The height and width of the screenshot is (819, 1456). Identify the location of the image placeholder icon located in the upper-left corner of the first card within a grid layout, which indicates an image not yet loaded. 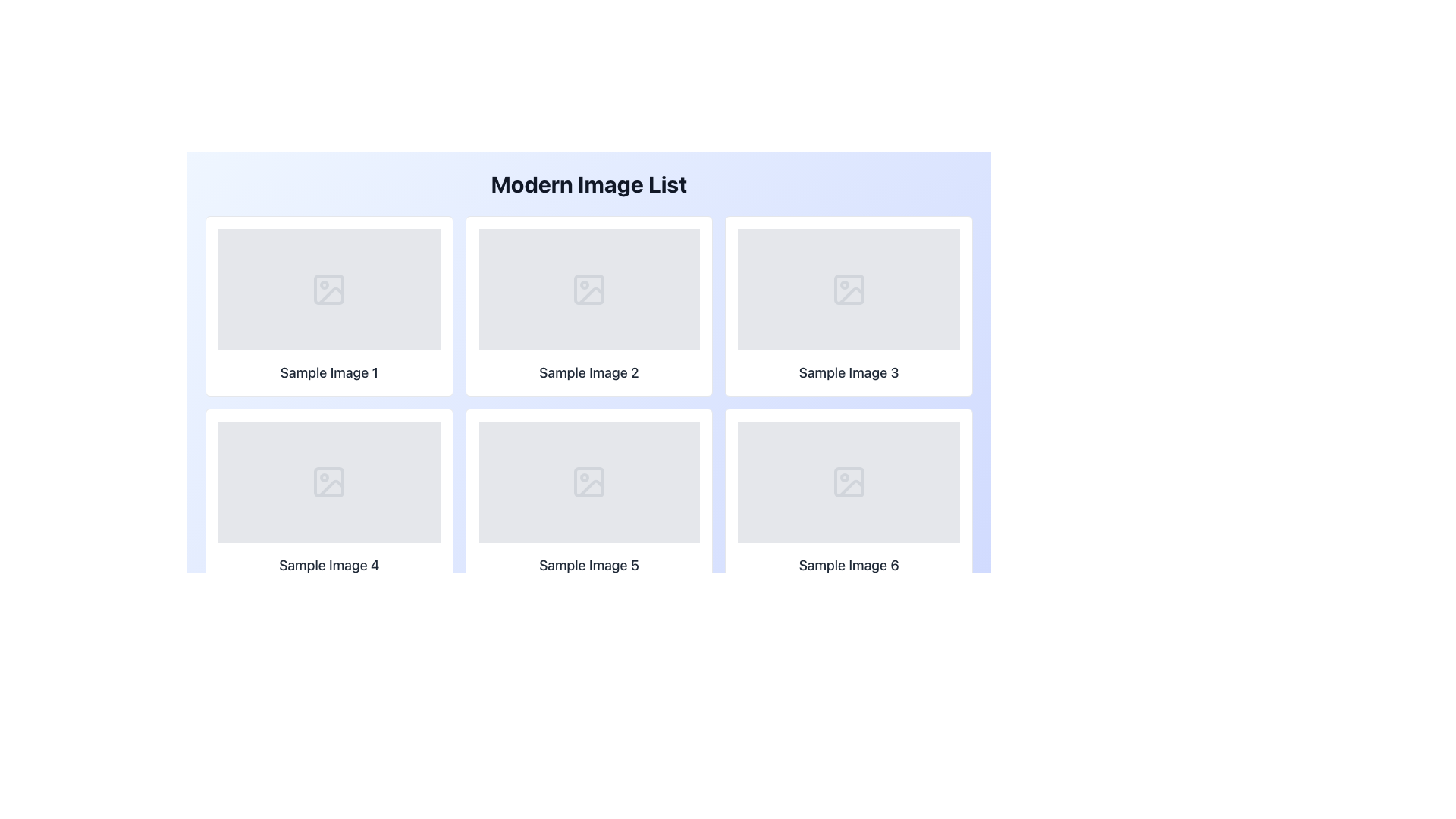
(328, 289).